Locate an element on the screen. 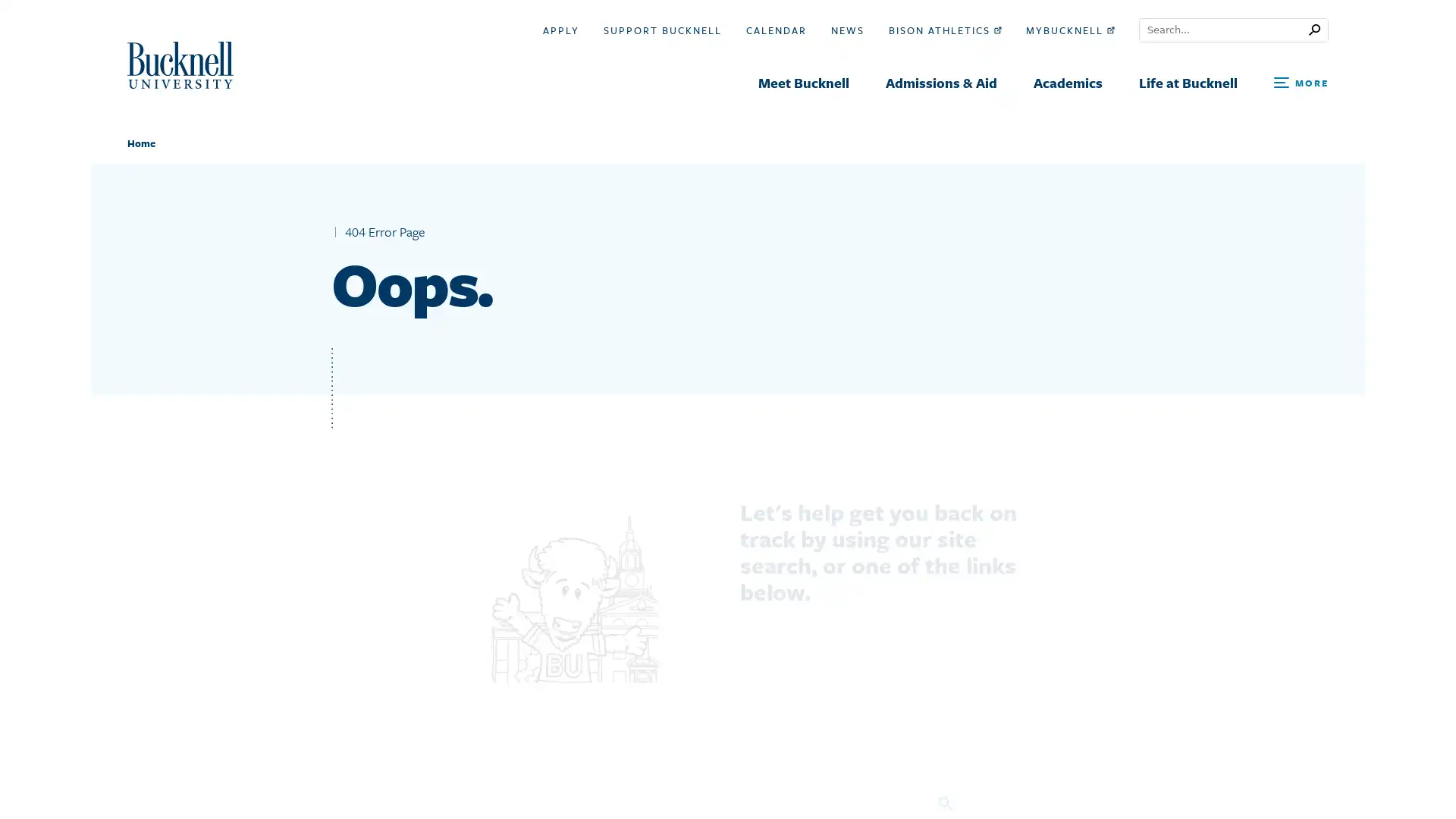 Image resolution: width=1456 pixels, height=819 pixels. Submit is located at coordinates (1317, 30).